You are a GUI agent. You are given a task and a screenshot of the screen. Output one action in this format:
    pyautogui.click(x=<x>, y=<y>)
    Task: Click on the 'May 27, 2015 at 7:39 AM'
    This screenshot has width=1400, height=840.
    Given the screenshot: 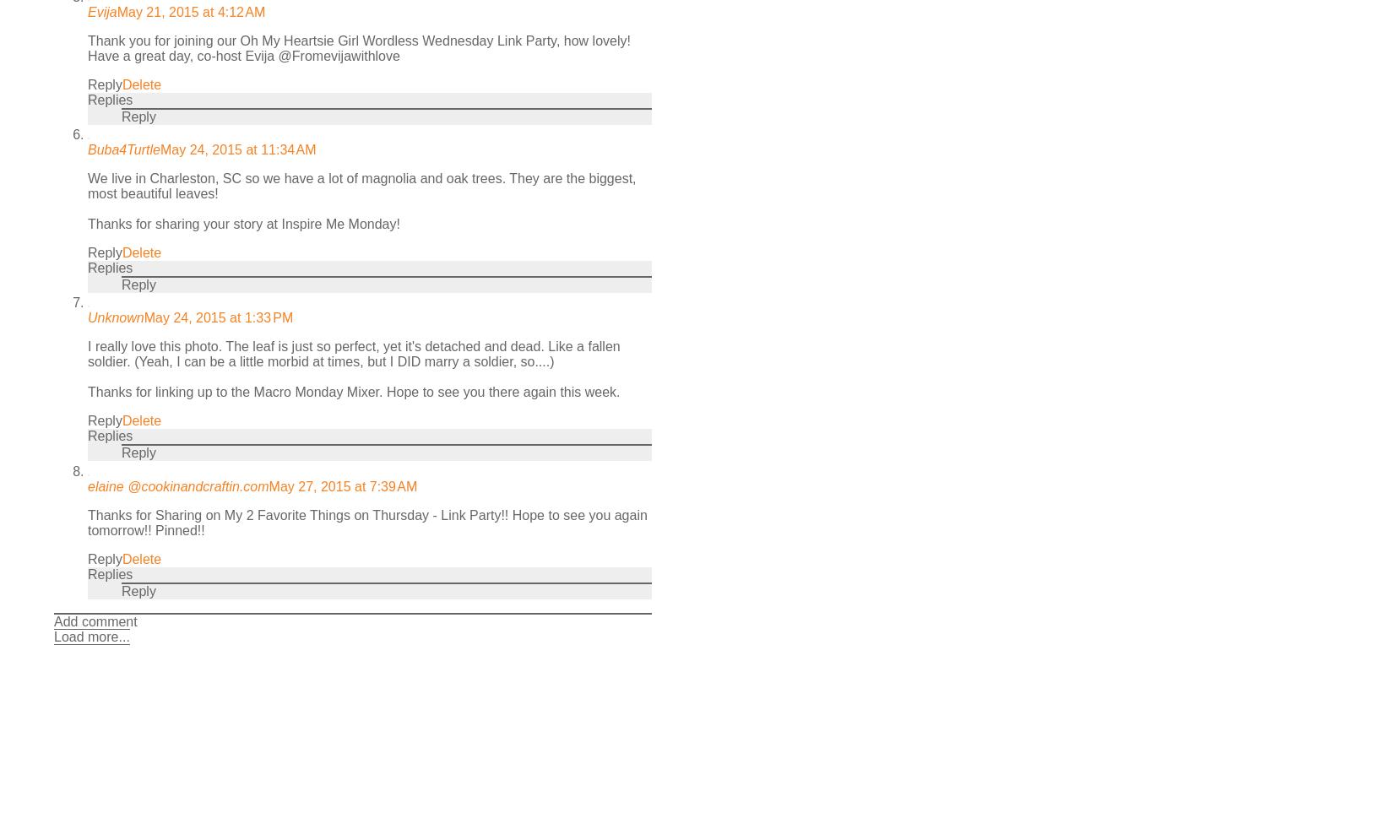 What is the action you would take?
    pyautogui.click(x=268, y=485)
    